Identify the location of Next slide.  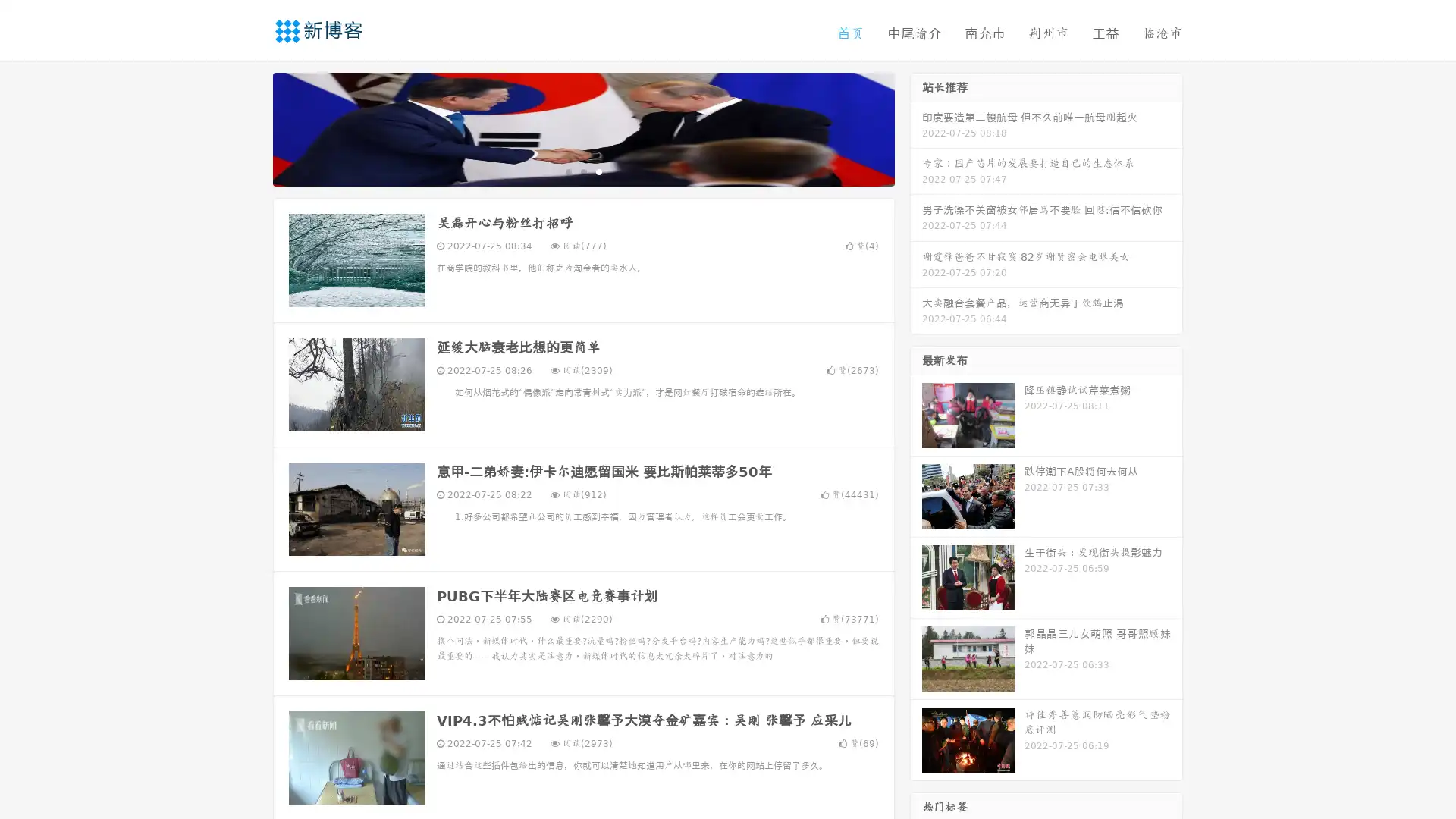
(916, 127).